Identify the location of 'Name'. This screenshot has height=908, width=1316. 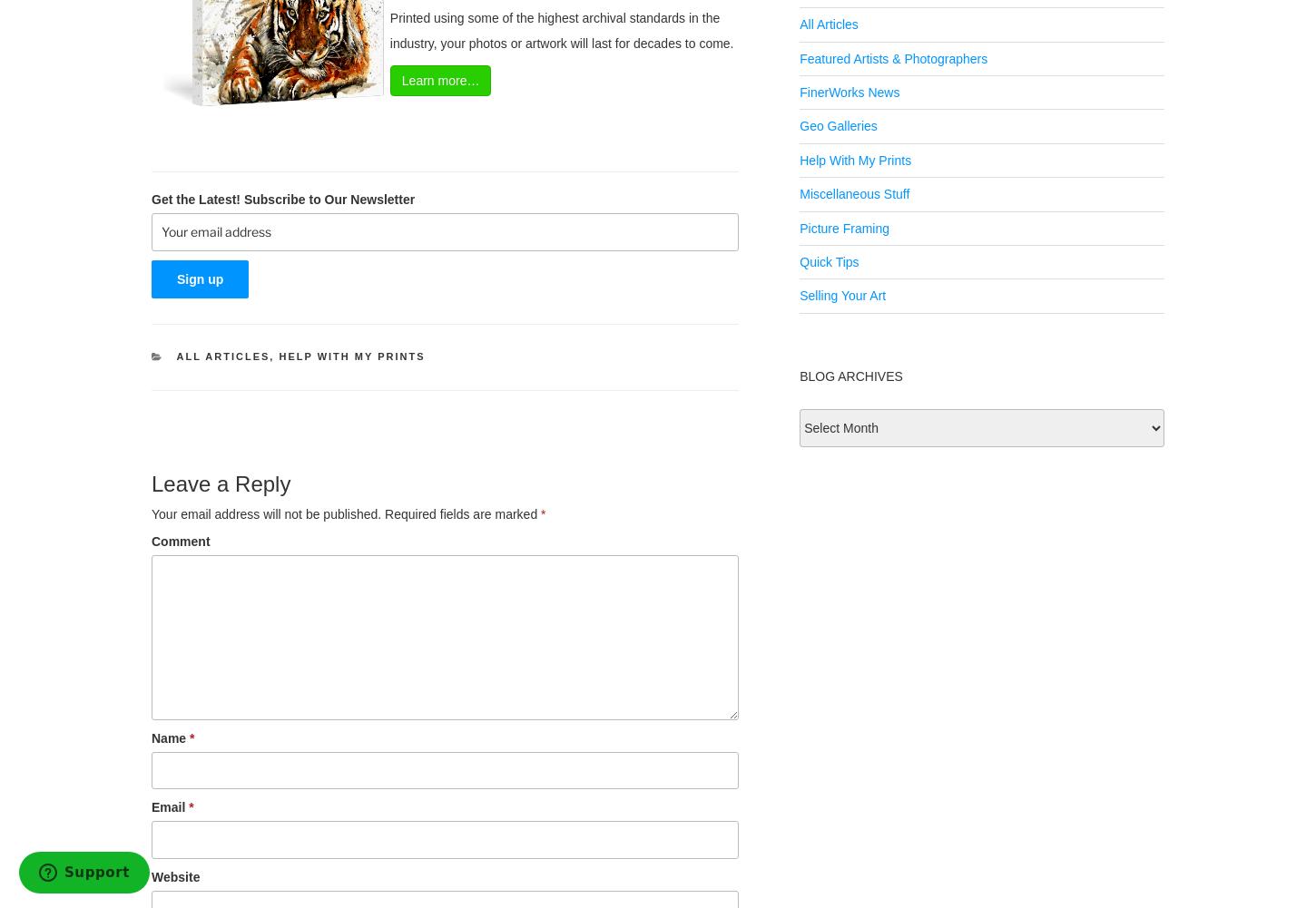
(151, 737).